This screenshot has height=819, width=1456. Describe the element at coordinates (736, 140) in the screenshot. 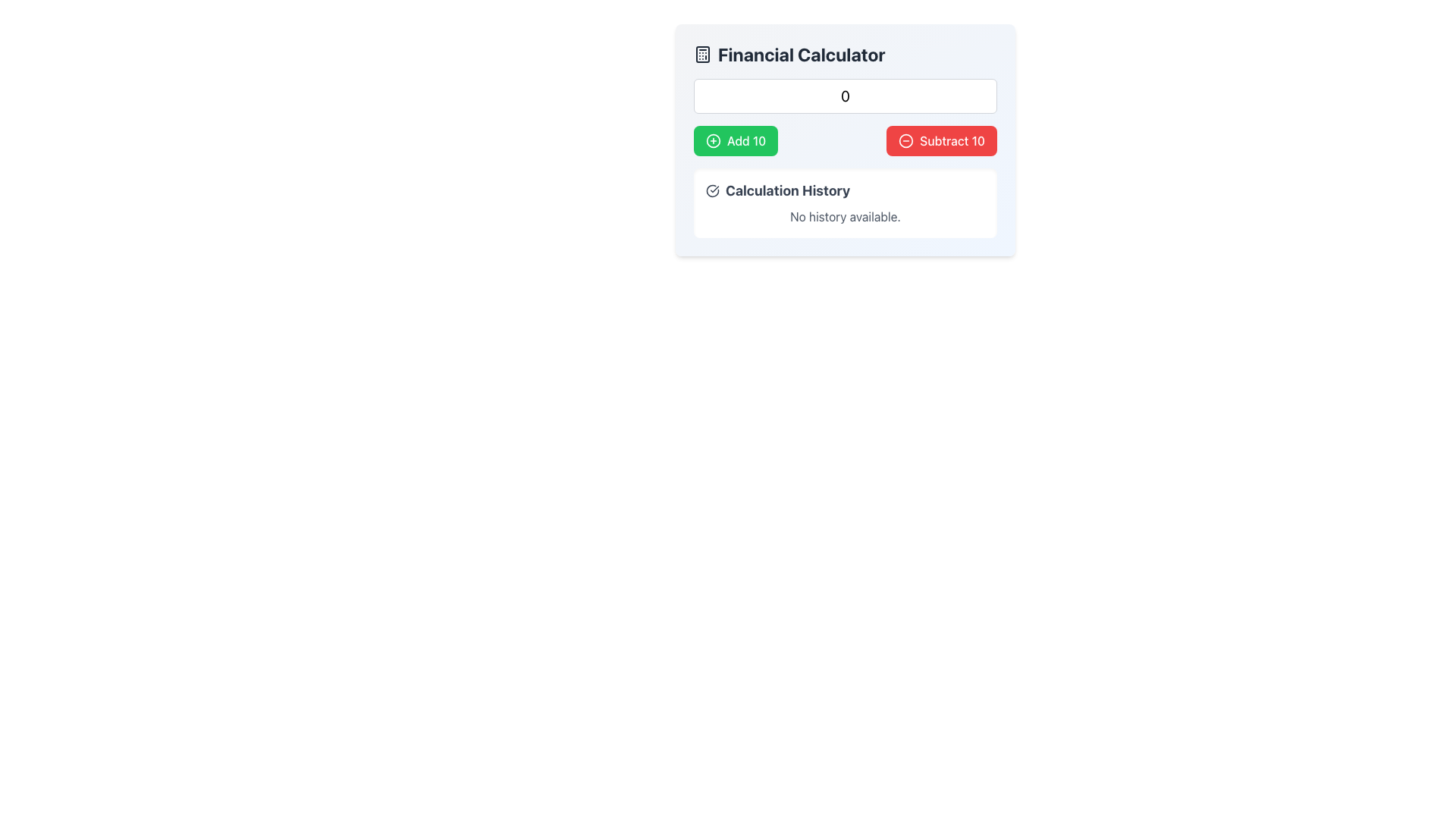

I see `the 'Add 10' button located below the input field in the 'Financial Calculator' component` at that location.